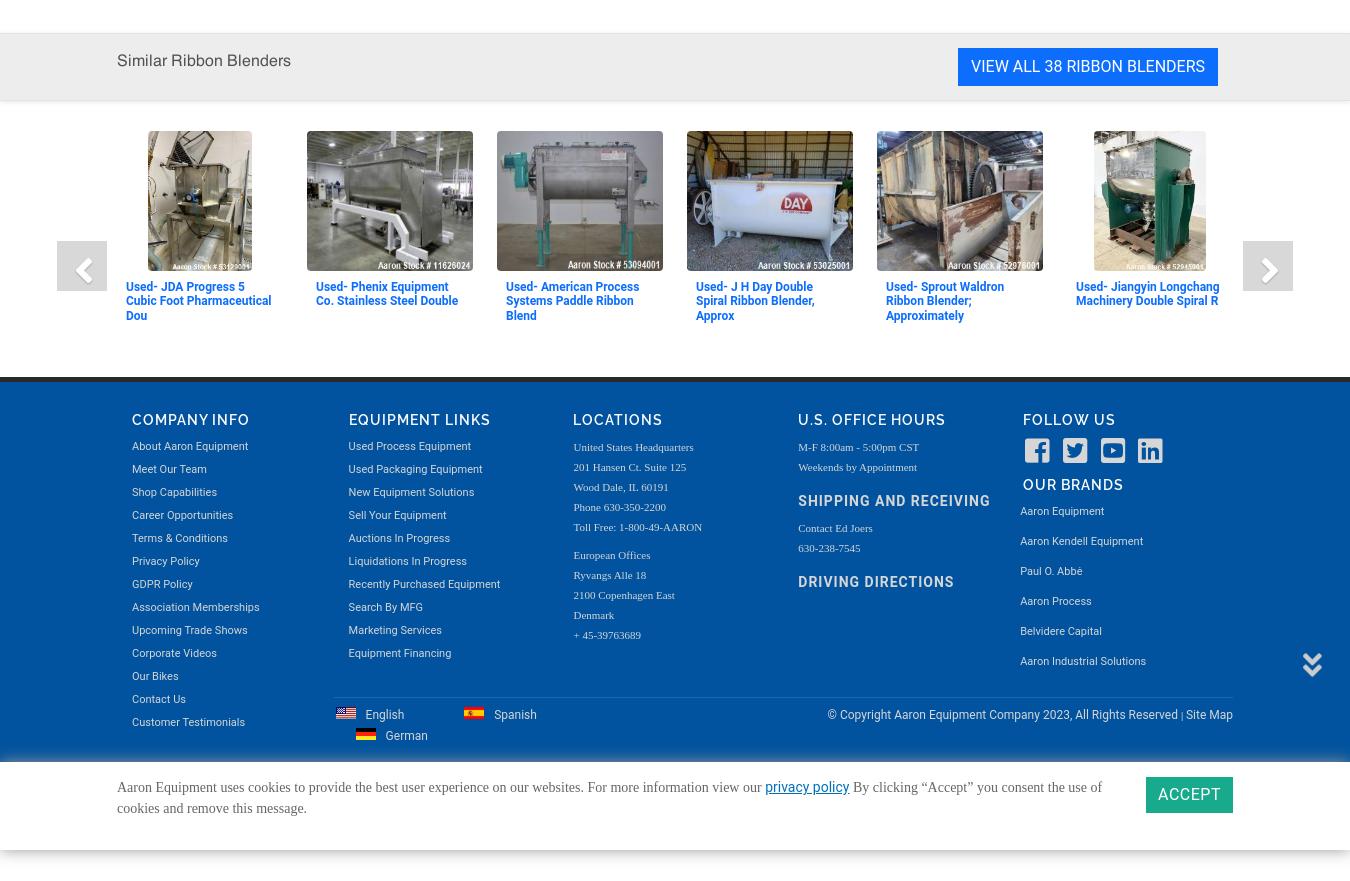 The height and width of the screenshot is (881, 1350). What do you see at coordinates (154, 63) in the screenshot?
I see `'Our Bikes'` at bounding box center [154, 63].